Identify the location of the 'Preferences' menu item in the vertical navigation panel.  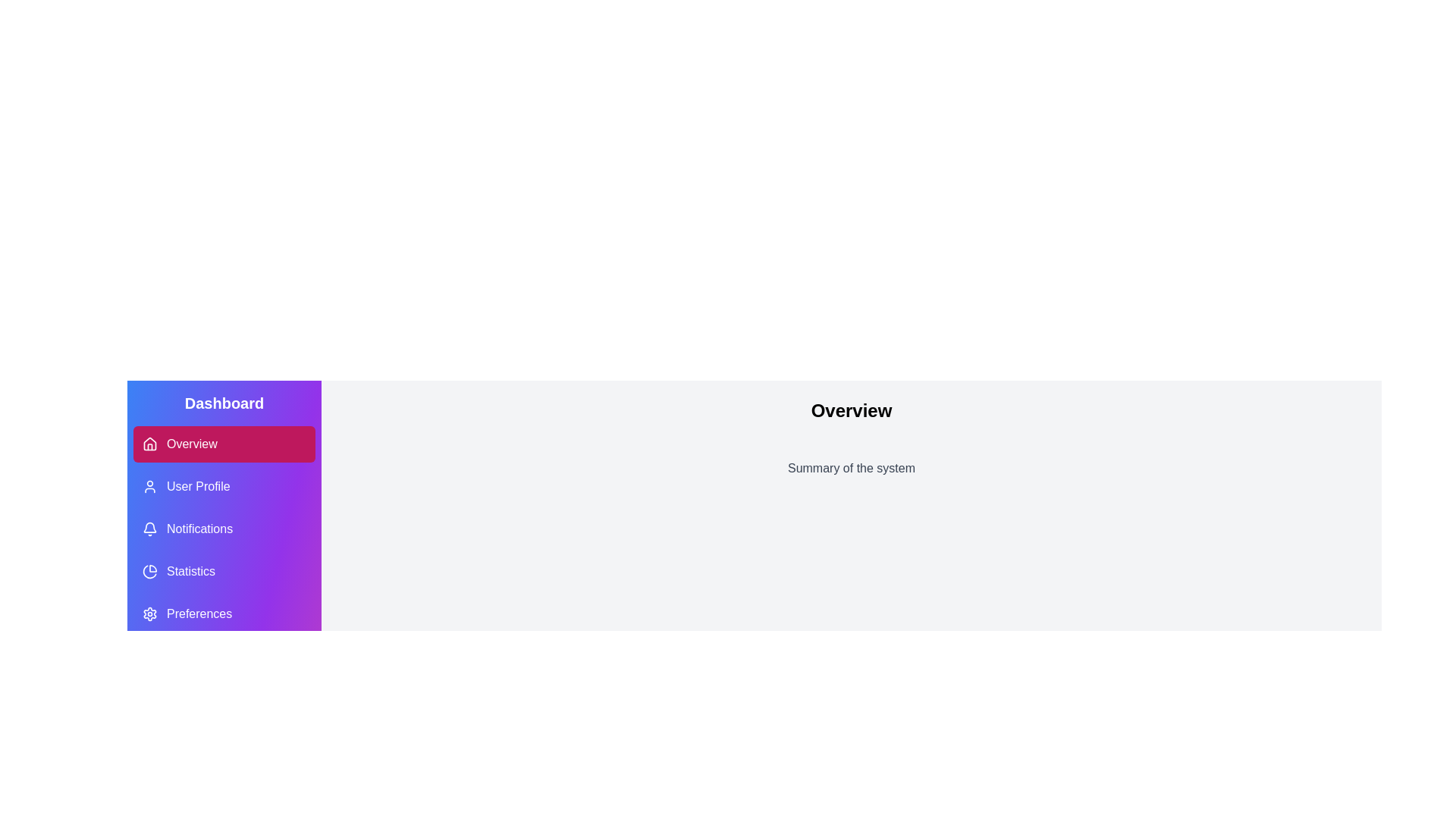
(224, 614).